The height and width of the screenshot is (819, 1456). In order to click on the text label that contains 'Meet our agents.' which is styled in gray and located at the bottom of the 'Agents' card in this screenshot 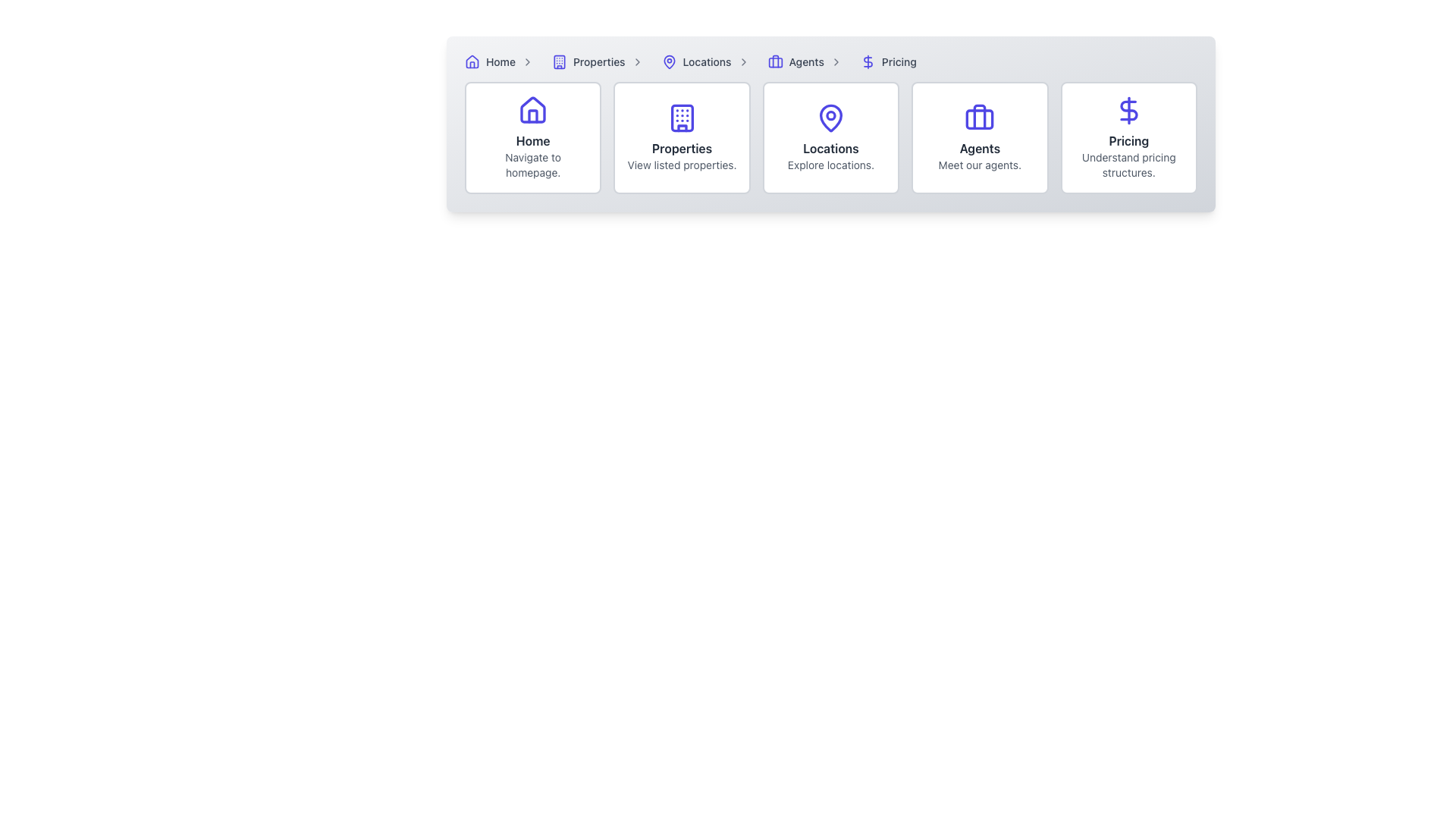, I will do `click(980, 165)`.